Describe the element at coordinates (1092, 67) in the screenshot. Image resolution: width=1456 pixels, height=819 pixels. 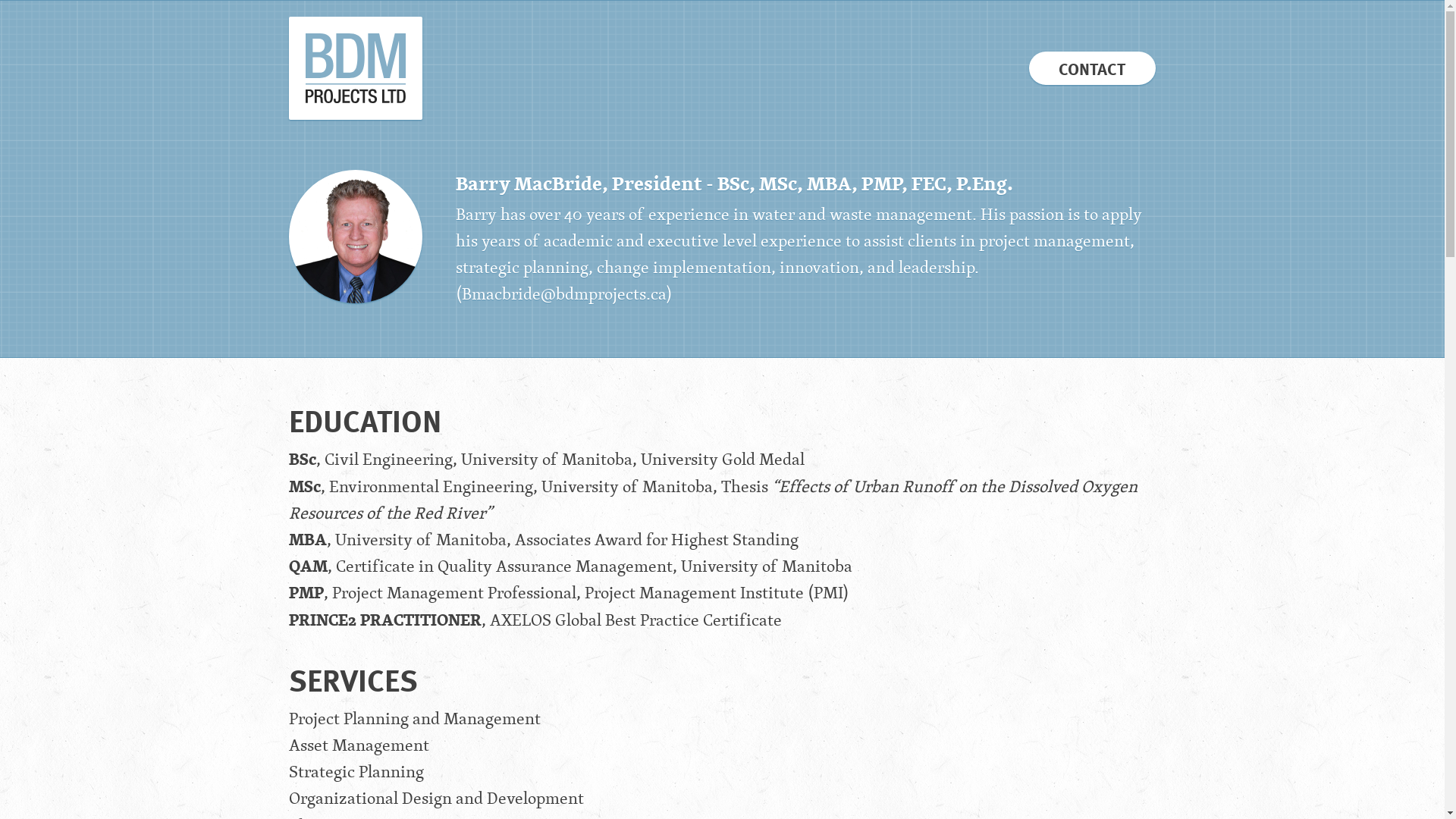
I see `'CONTACT'` at that location.